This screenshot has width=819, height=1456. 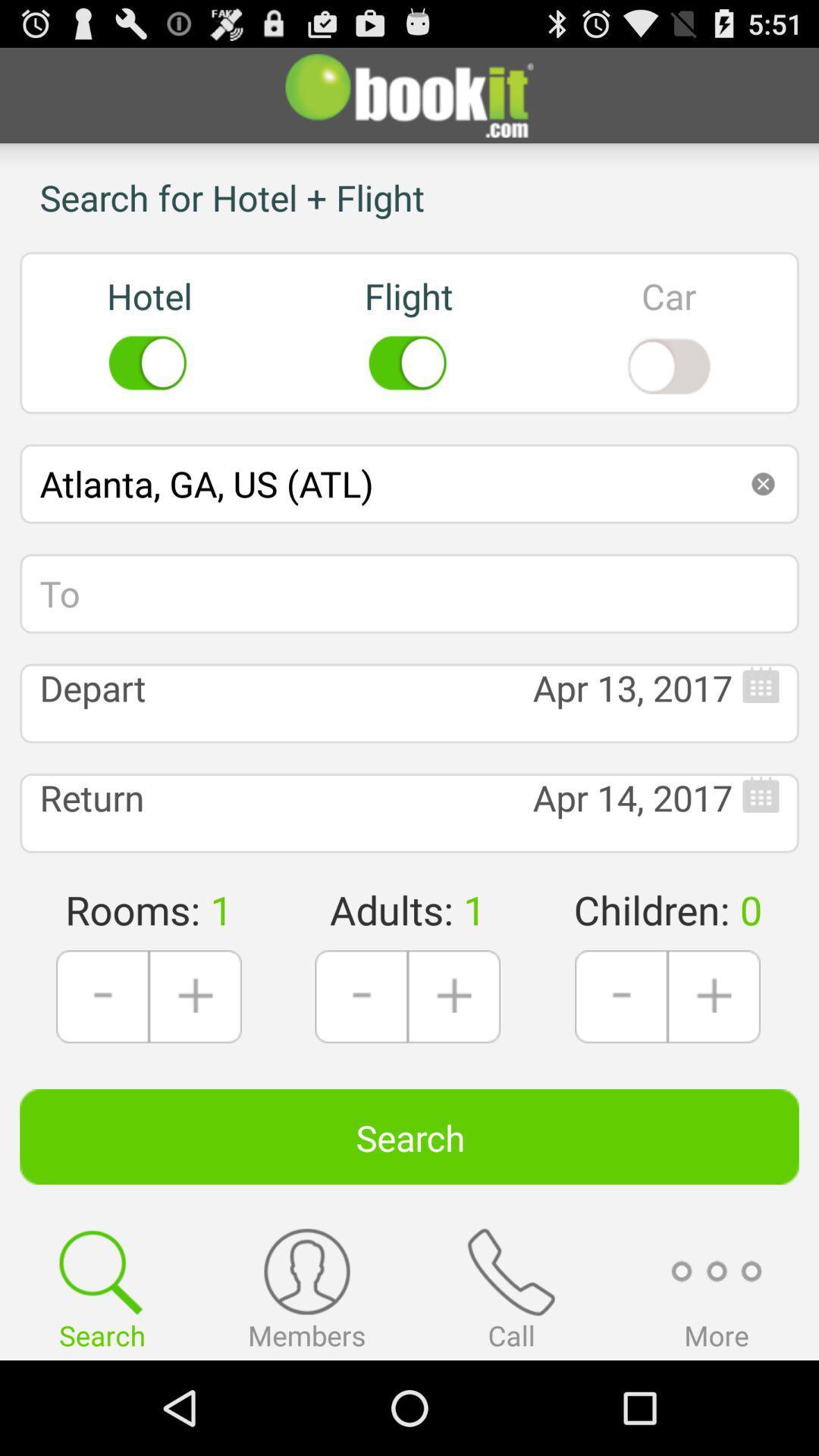 I want to click on the icon below the atlanta ga us icon, so click(x=409, y=592).